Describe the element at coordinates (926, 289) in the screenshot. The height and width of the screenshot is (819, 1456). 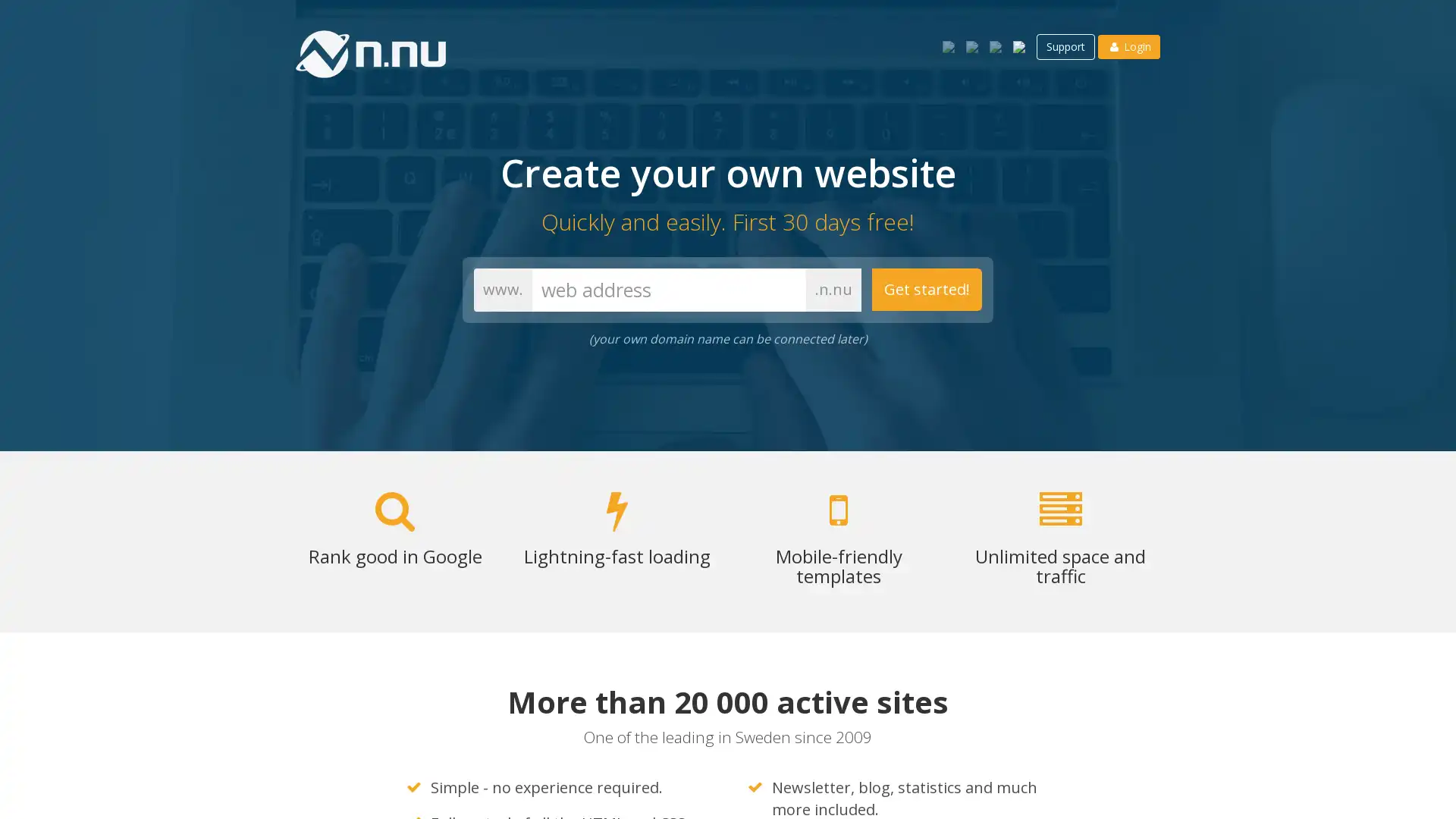
I see `Get started!` at that location.